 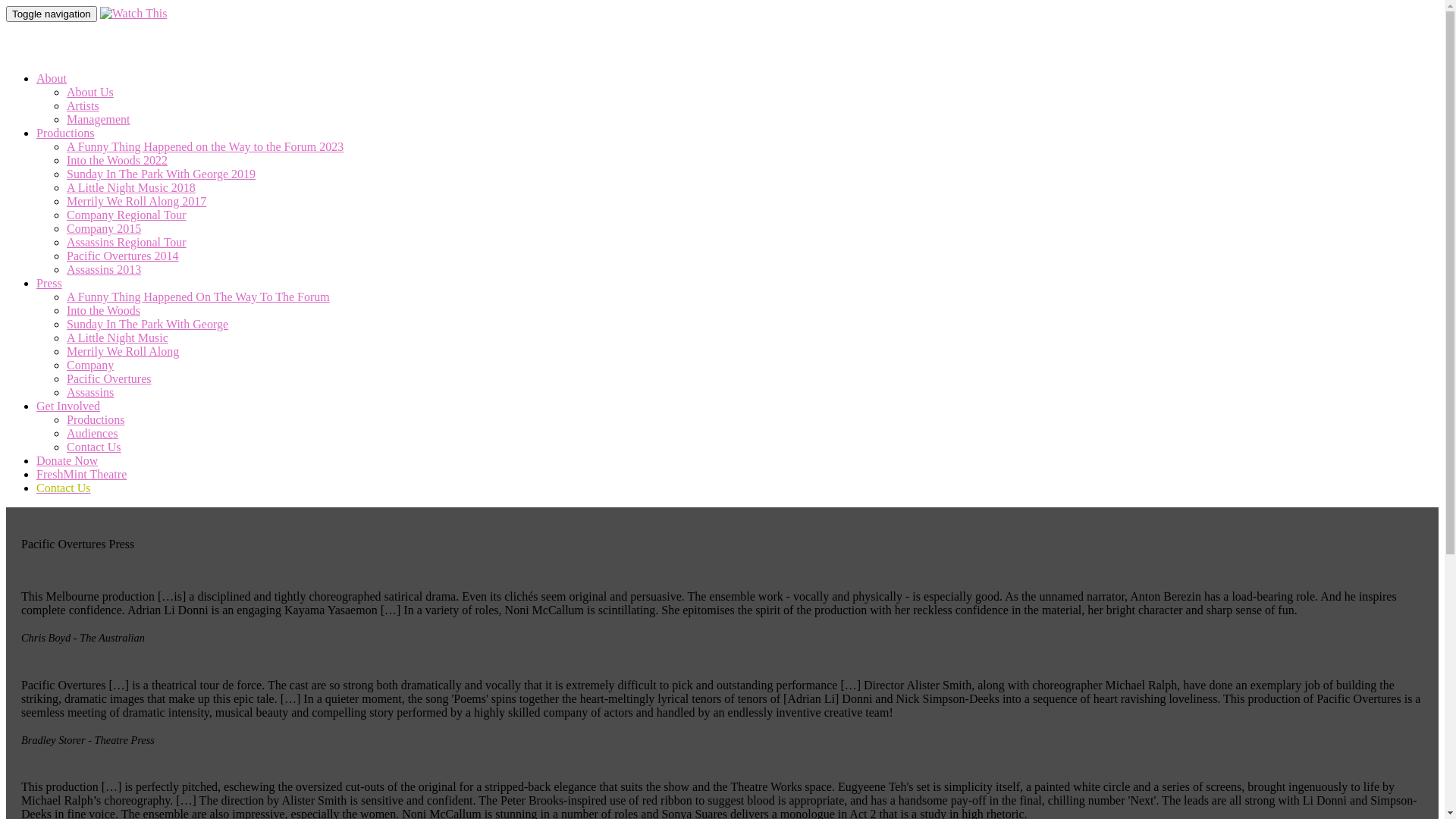 What do you see at coordinates (89, 391) in the screenshot?
I see `'Assassins'` at bounding box center [89, 391].